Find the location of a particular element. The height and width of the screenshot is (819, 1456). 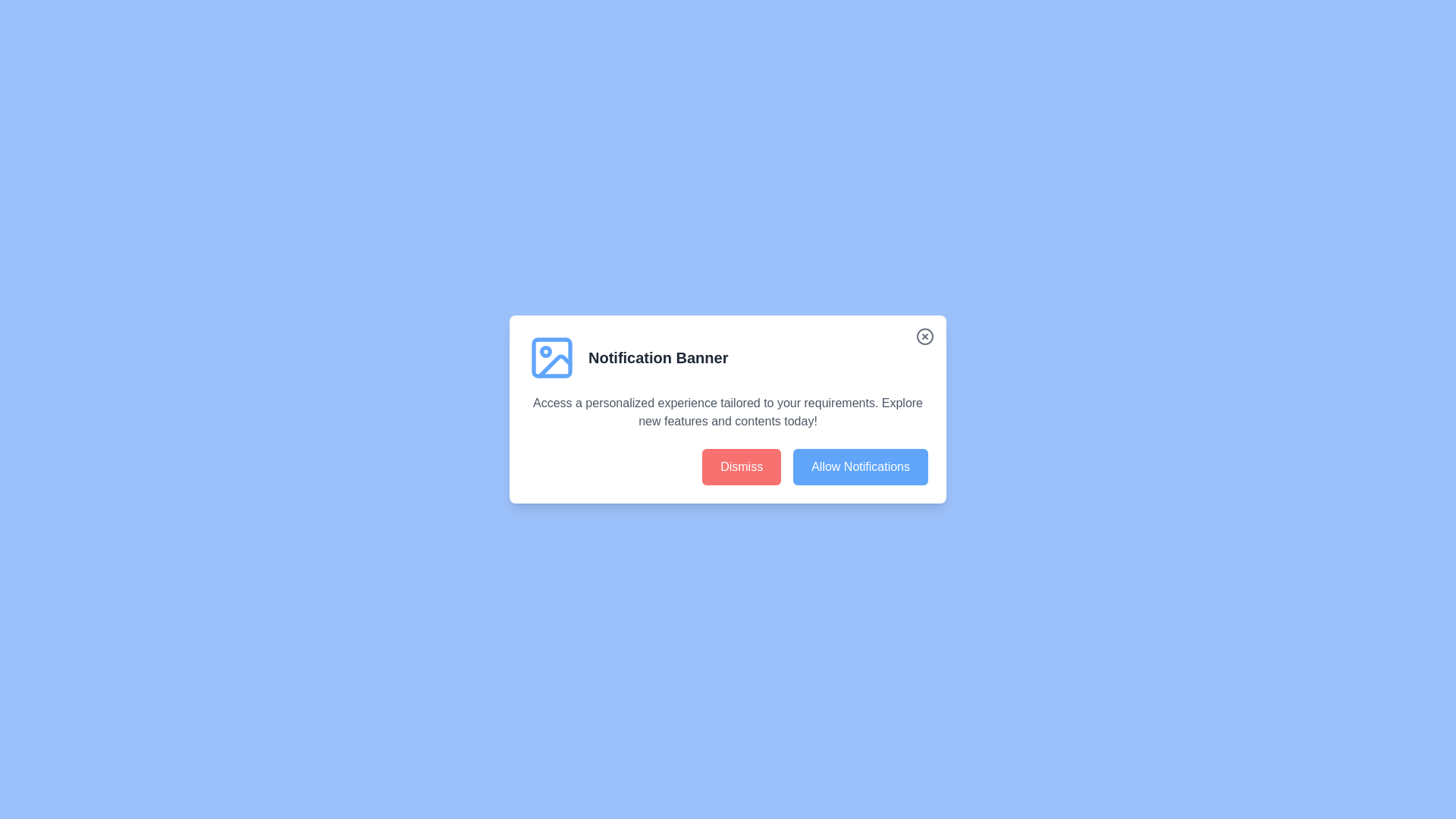

the 'X' button at the top-right corner of the banner to close it is located at coordinates (924, 335).